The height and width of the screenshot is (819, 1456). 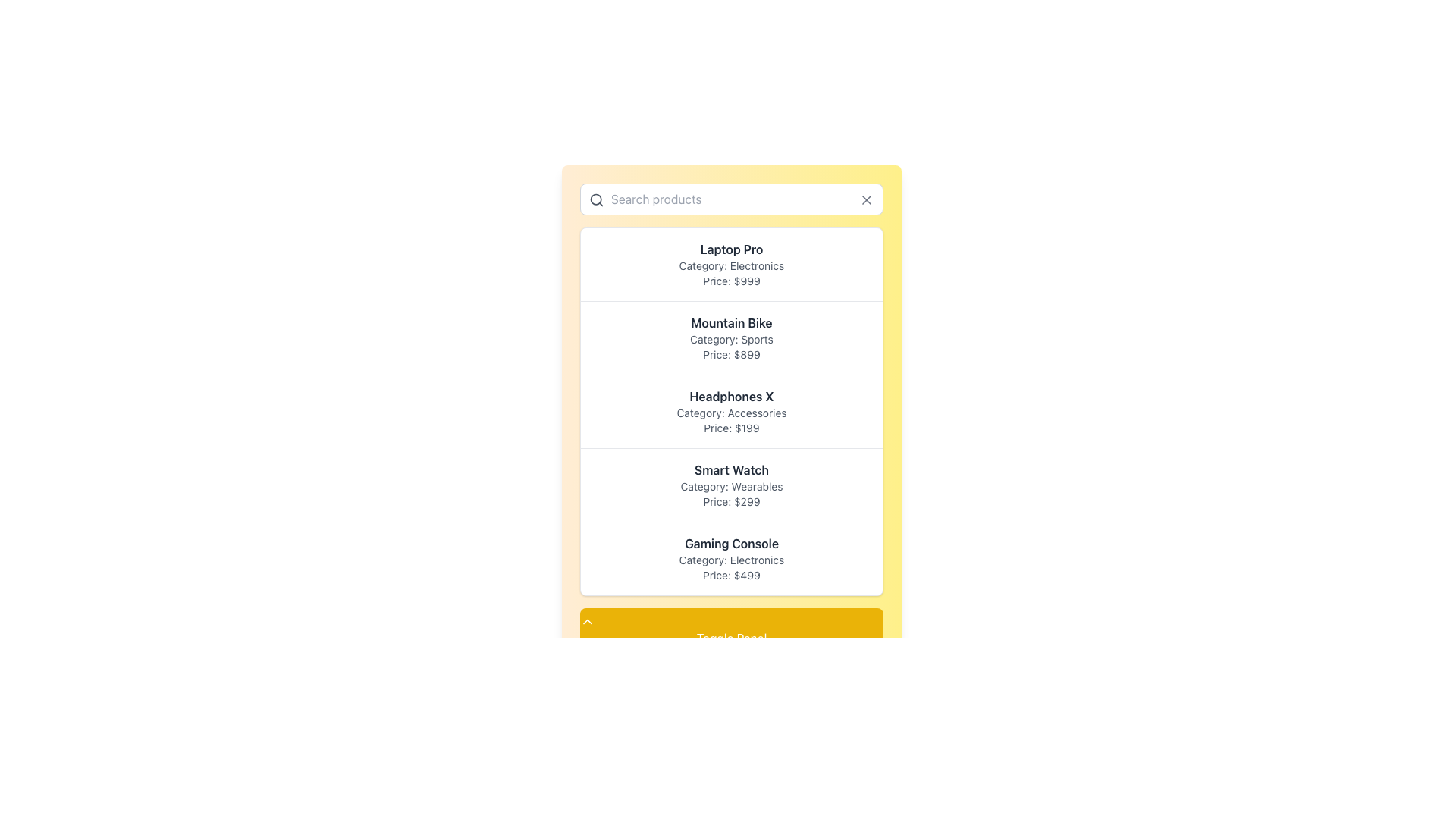 What do you see at coordinates (866, 199) in the screenshot?
I see `the clear button located in the top-right corner of the search input box to change its color` at bounding box center [866, 199].